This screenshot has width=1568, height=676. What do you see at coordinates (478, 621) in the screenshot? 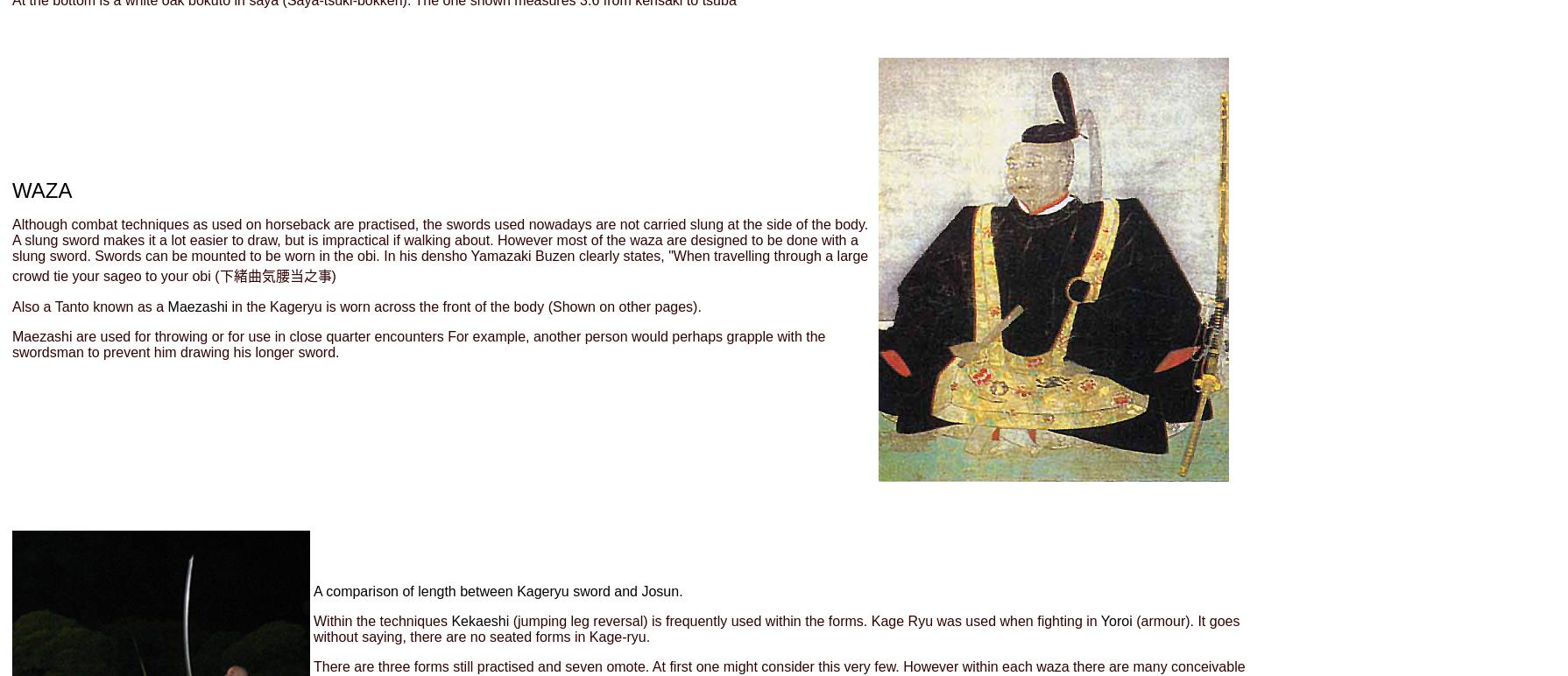
I see `'Kekaeshi'` at bounding box center [478, 621].